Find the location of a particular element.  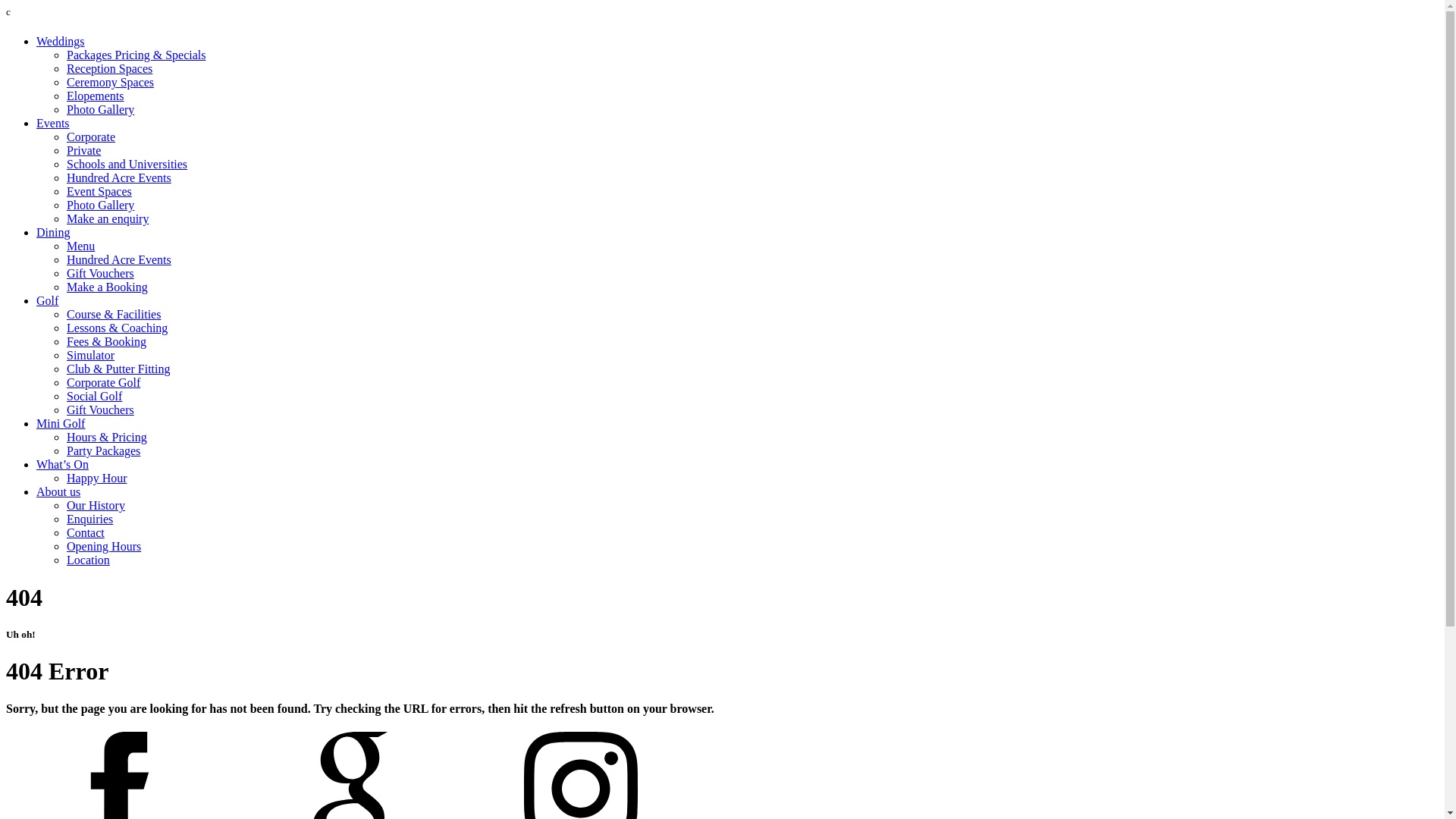

'Event Spaces' is located at coordinates (98, 190).